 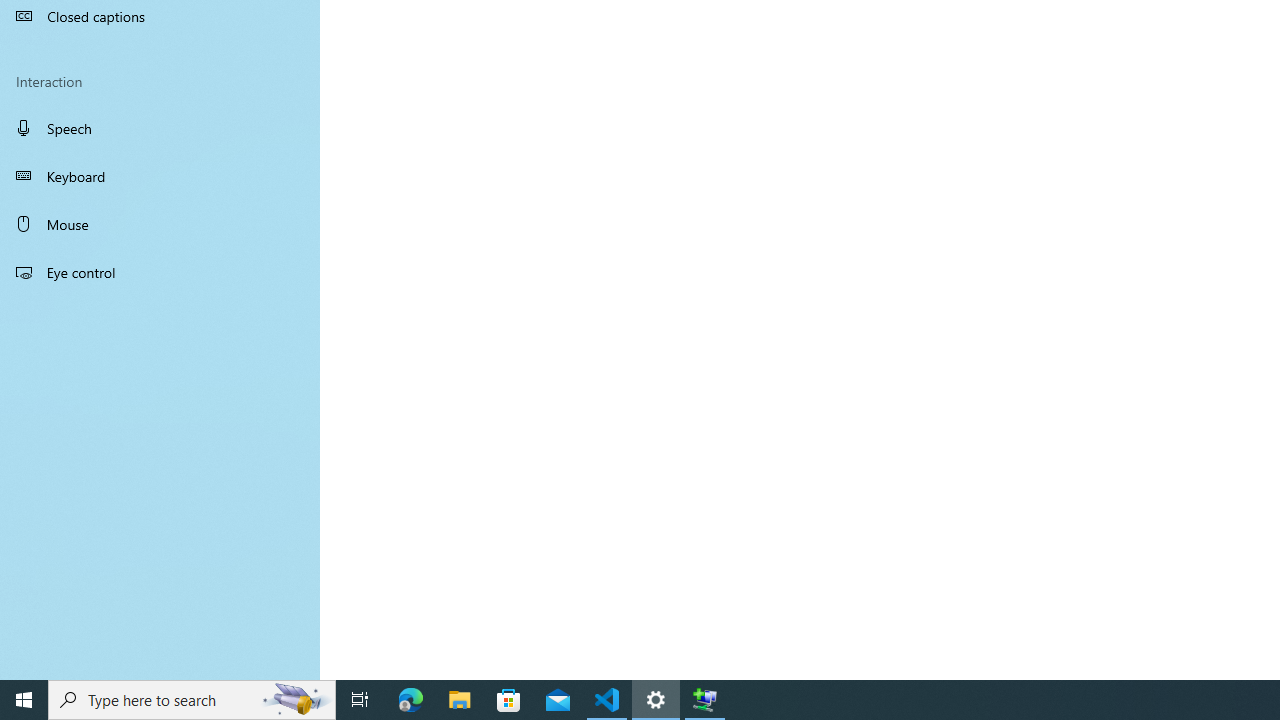 I want to click on 'Eye control', so click(x=160, y=271).